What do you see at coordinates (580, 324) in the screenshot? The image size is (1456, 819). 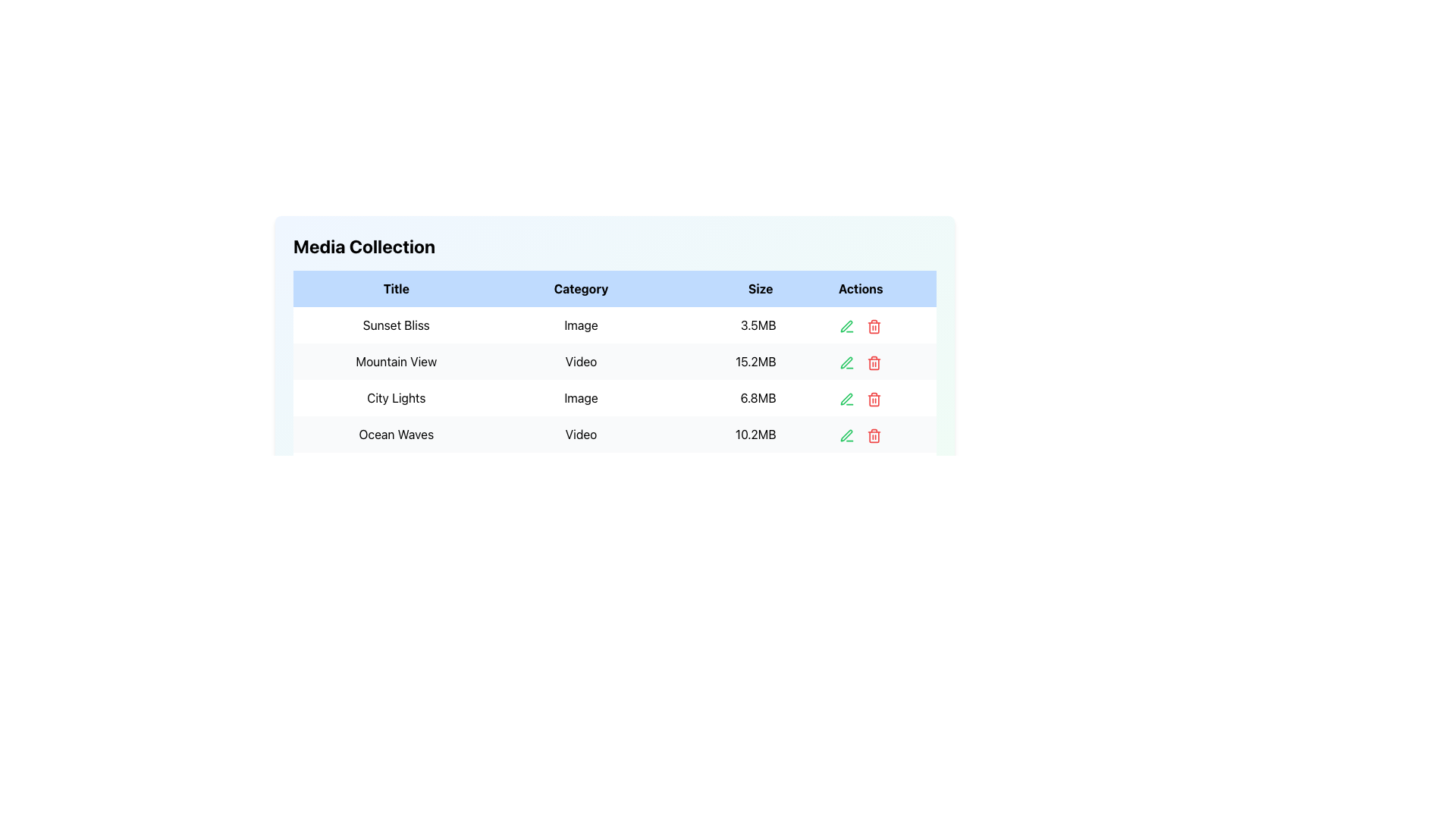 I see `text label that displays 'Image', which is right-aligned with 'Sunset Bliss' and part of the metadata in the second column of the row for 'Sunset Bliss'` at bounding box center [580, 324].